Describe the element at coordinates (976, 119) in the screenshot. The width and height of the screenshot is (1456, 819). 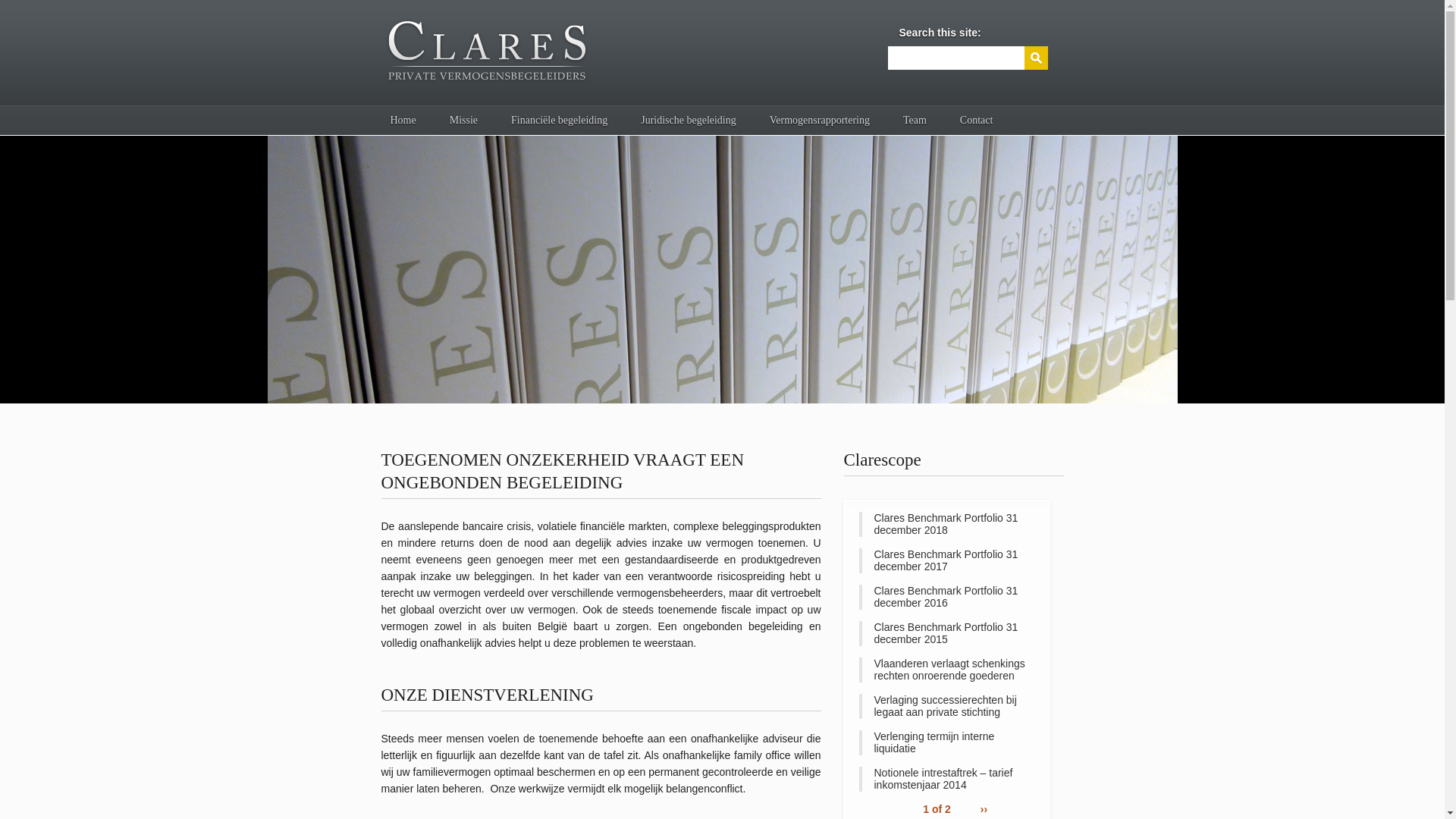
I see `'Contact'` at that location.